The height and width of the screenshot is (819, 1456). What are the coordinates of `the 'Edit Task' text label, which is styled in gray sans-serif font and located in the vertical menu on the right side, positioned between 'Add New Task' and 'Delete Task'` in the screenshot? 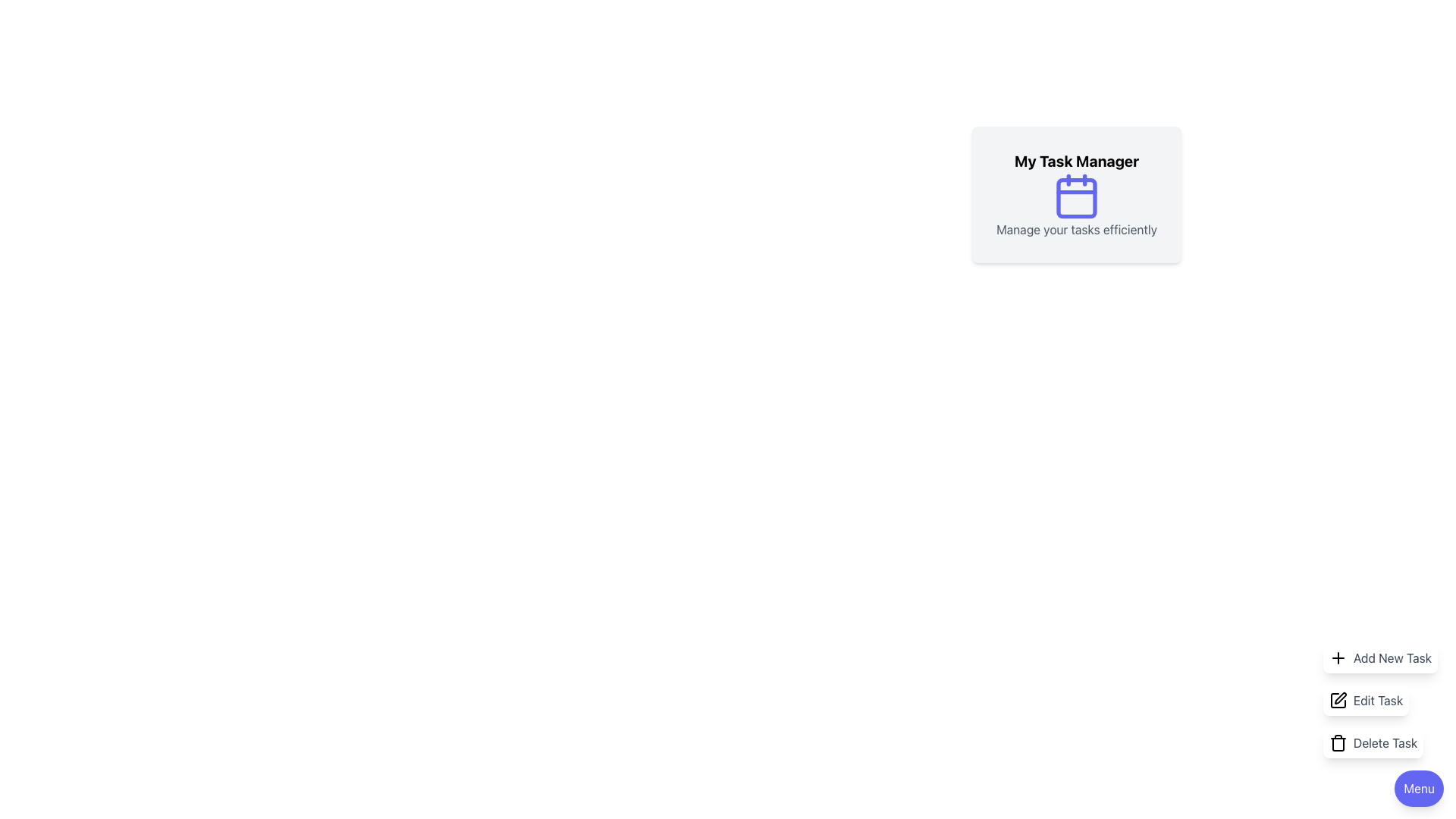 It's located at (1378, 701).